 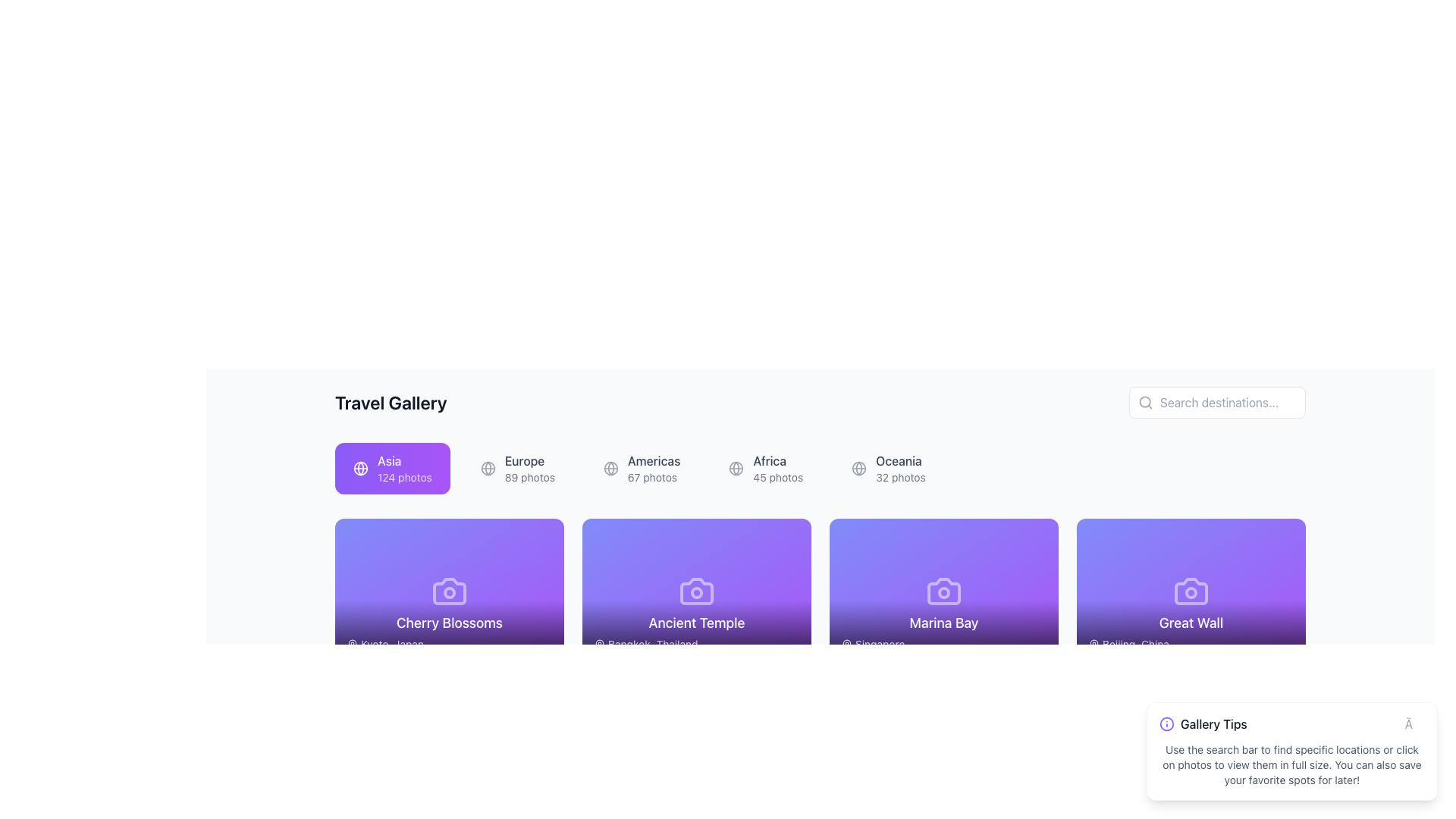 What do you see at coordinates (1166, 723) in the screenshot?
I see `the small violet circle located inside the SVG element of the 'Gallery Tips' notification box at the bottom-right corner of the interface` at bounding box center [1166, 723].